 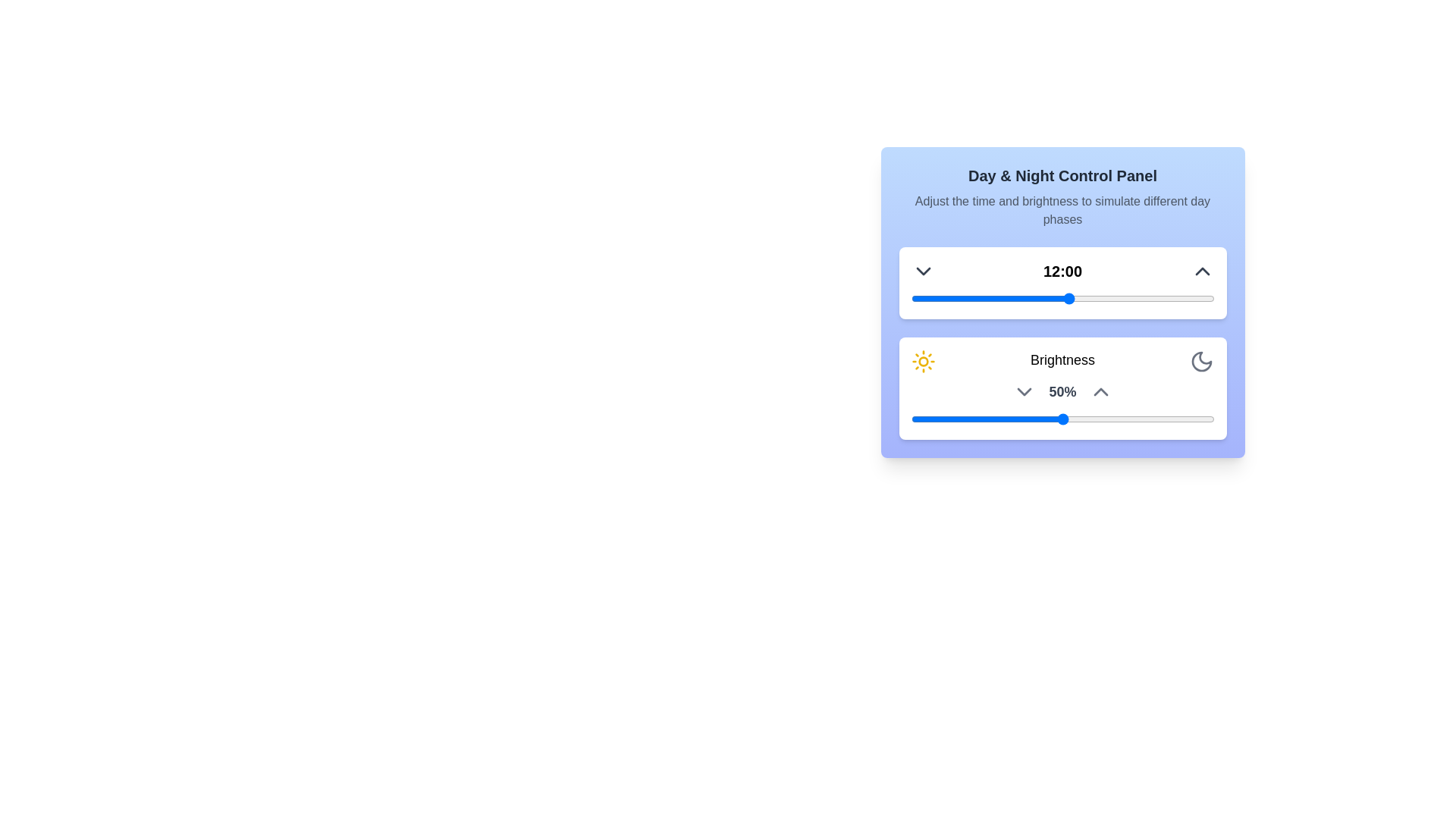 What do you see at coordinates (949, 298) in the screenshot?
I see `the time` at bounding box center [949, 298].